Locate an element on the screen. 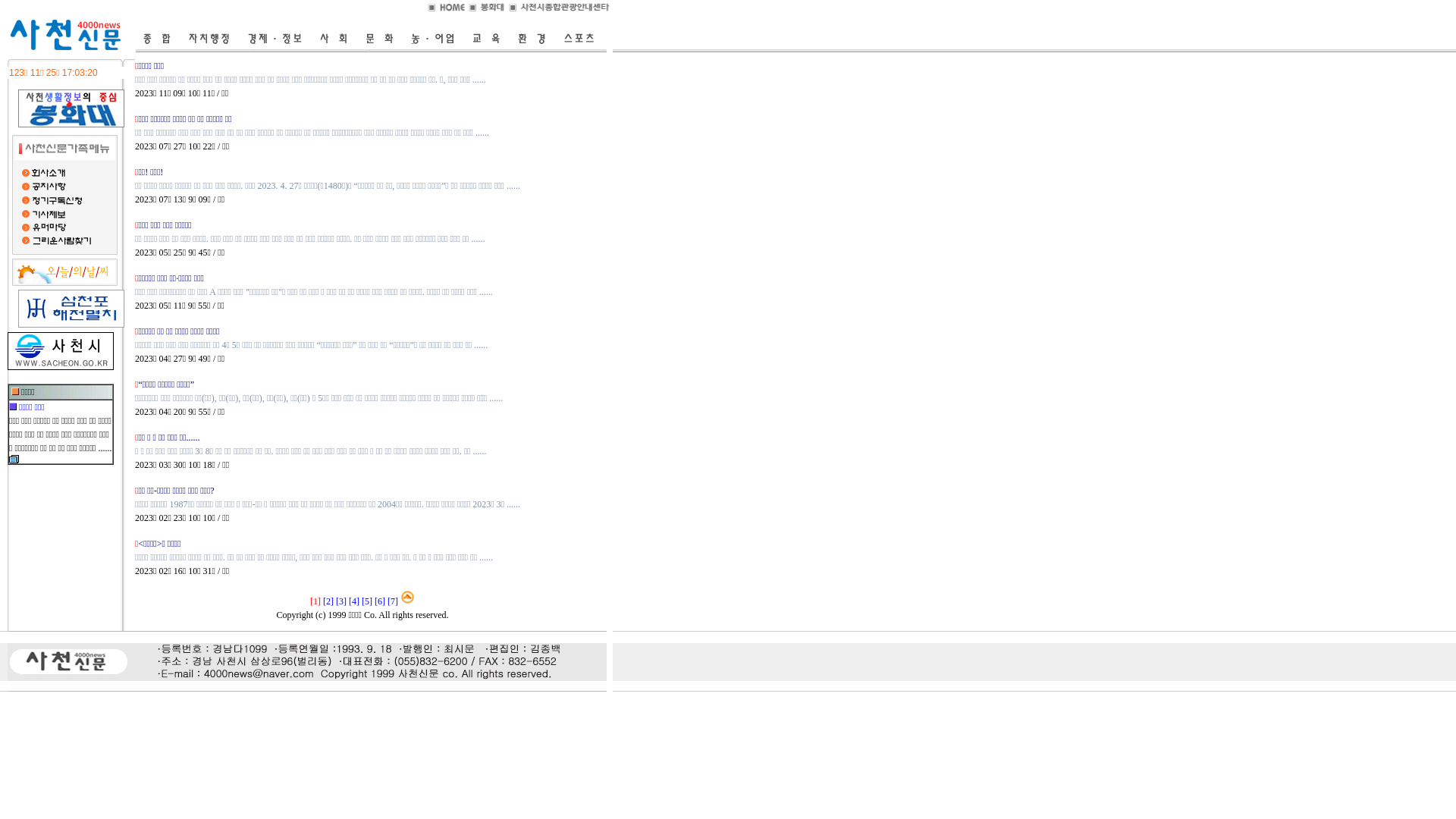  '[4]' is located at coordinates (353, 601).